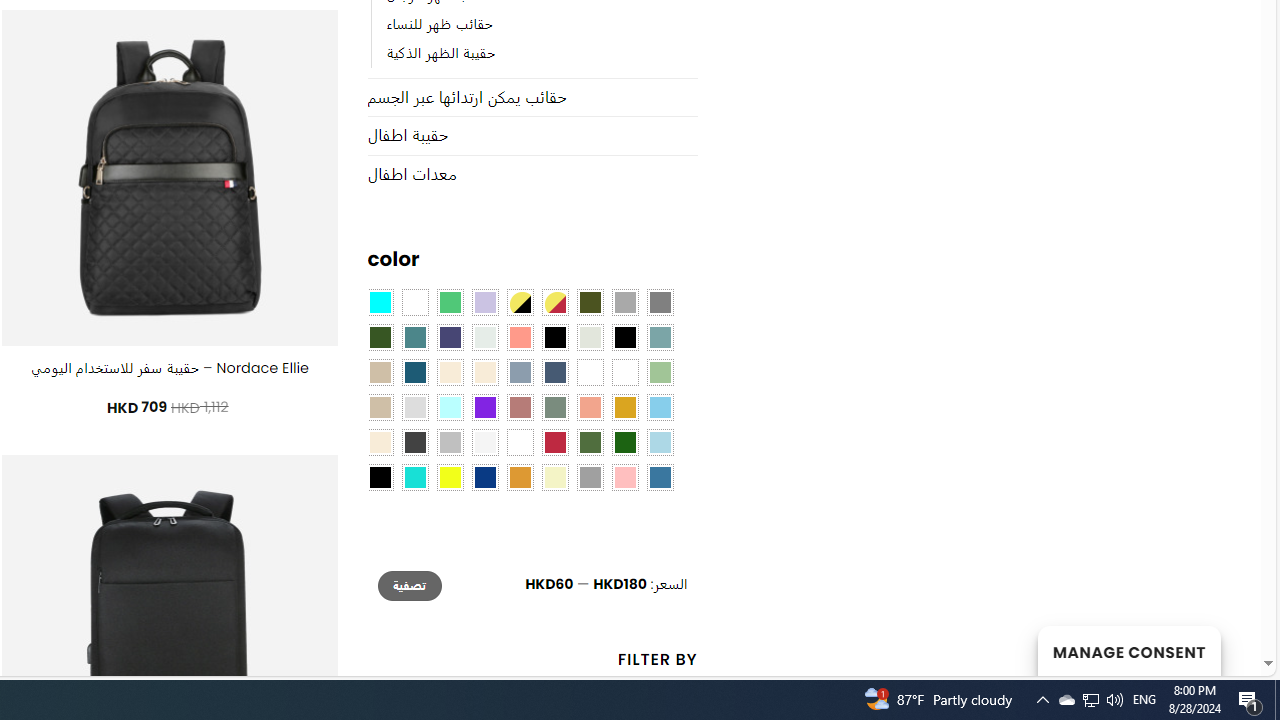  What do you see at coordinates (448, 303) in the screenshot?
I see `'Emerald Green'` at bounding box center [448, 303].